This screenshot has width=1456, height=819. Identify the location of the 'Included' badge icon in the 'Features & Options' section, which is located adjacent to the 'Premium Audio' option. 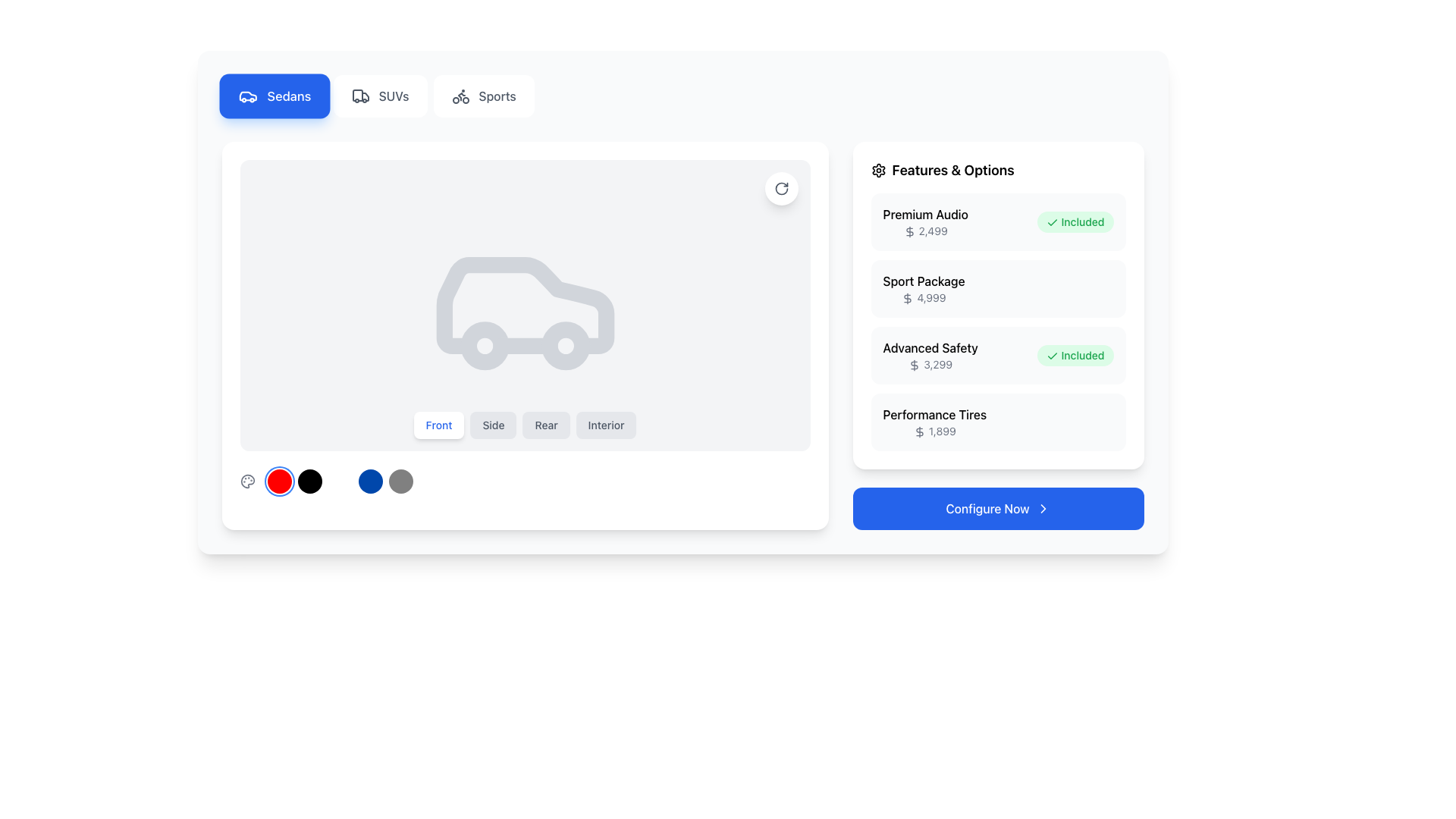
(1051, 223).